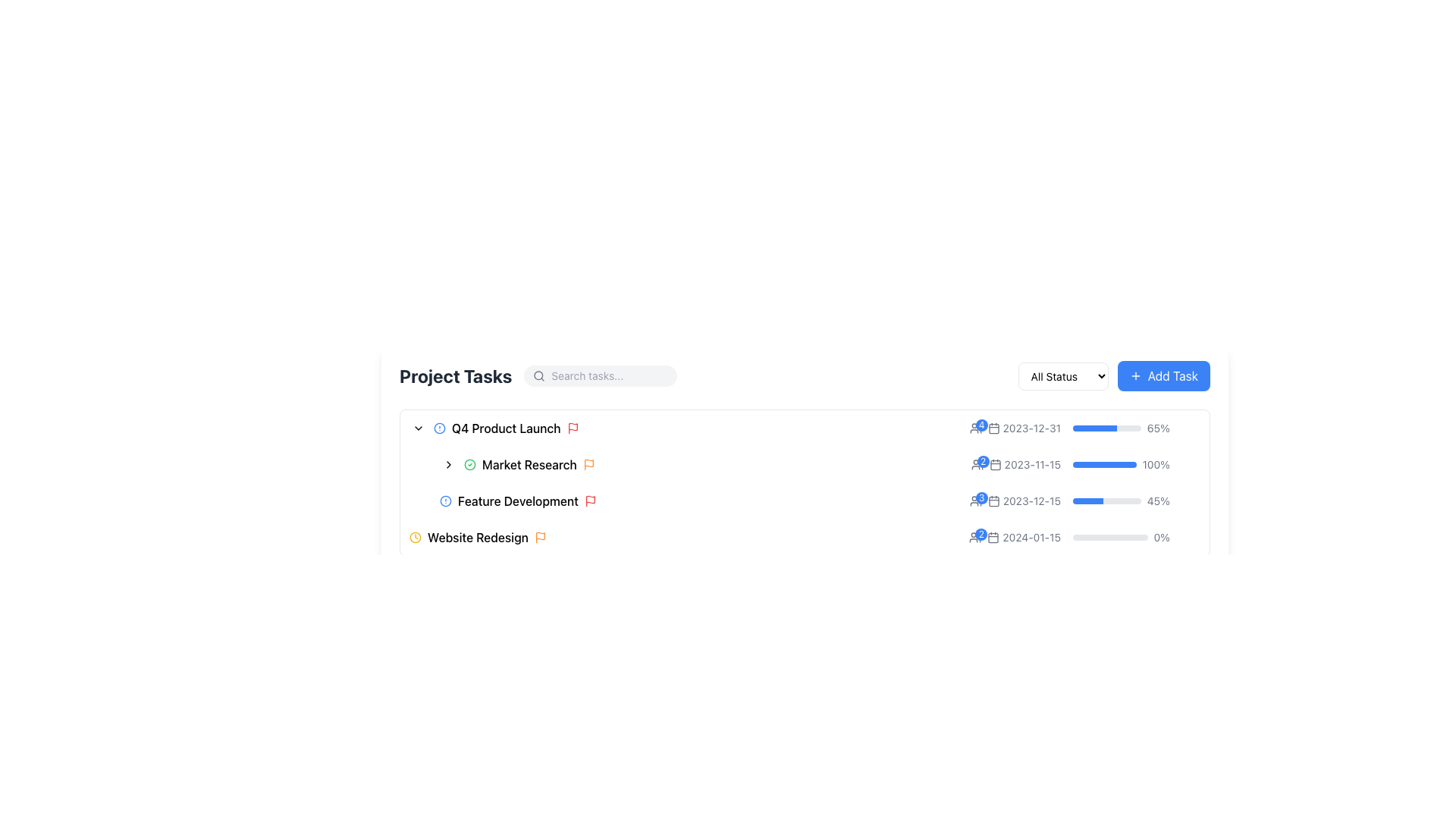  I want to click on the calendar icon element adjacent to the date label for '2023-12-15', so click(993, 500).